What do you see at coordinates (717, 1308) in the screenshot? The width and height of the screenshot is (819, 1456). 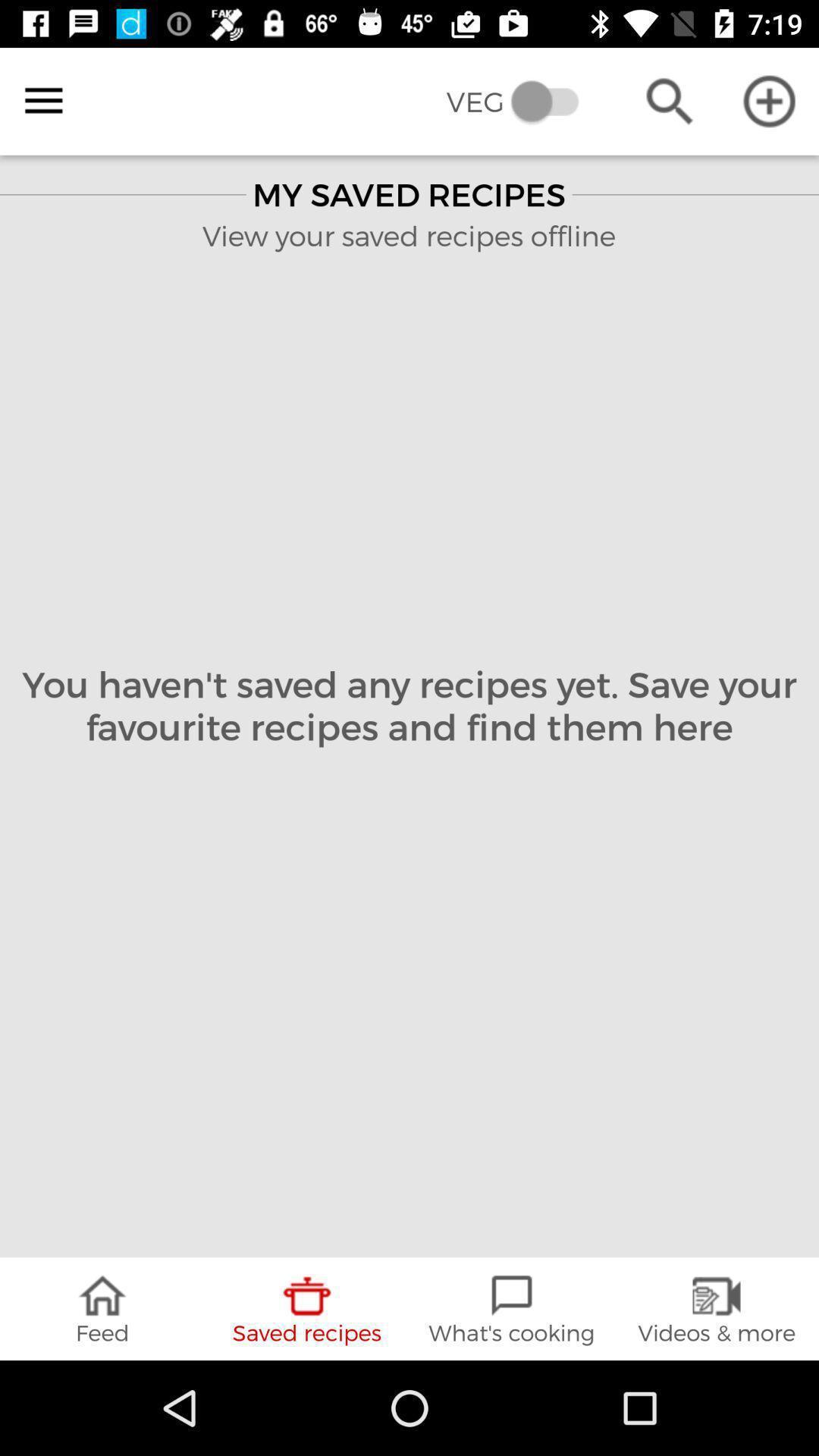 I see `videos & more at the bottom right corner` at bounding box center [717, 1308].